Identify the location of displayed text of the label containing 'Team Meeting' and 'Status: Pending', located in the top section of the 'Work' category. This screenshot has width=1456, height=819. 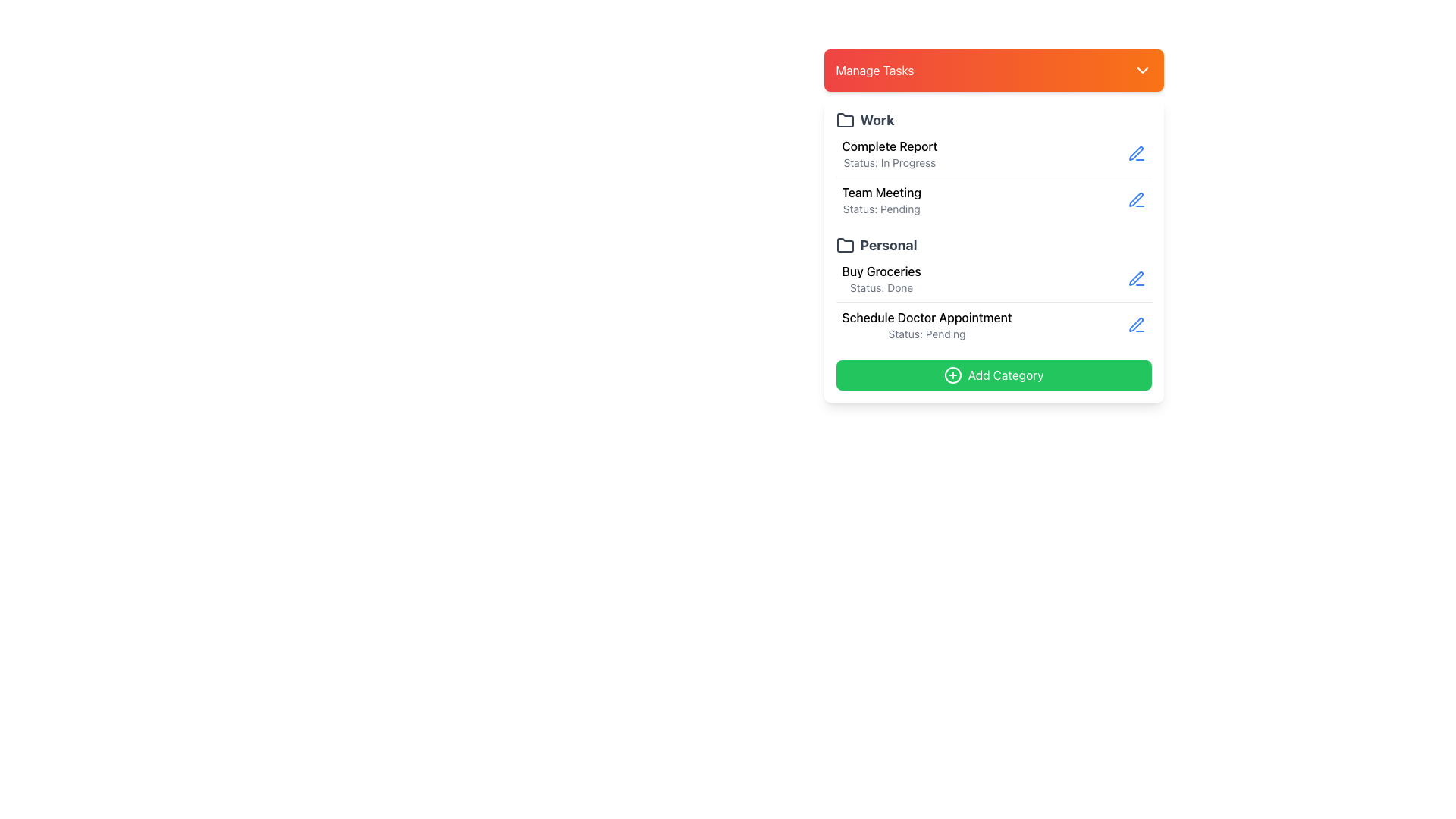
(881, 199).